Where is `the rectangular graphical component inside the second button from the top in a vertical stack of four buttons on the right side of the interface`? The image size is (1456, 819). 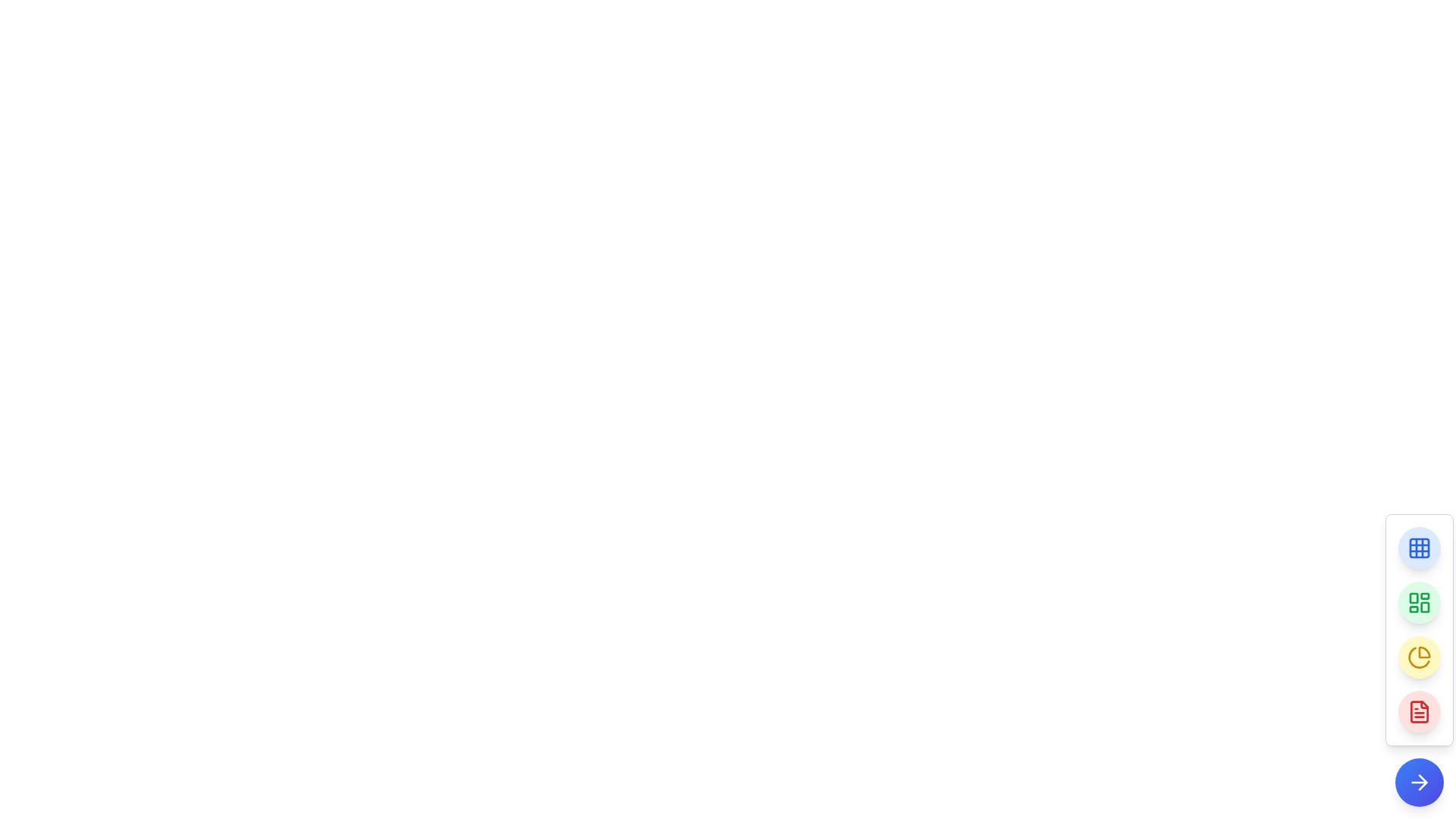 the rectangular graphical component inside the second button from the top in a vertical stack of four buttons on the right side of the interface is located at coordinates (1423, 607).